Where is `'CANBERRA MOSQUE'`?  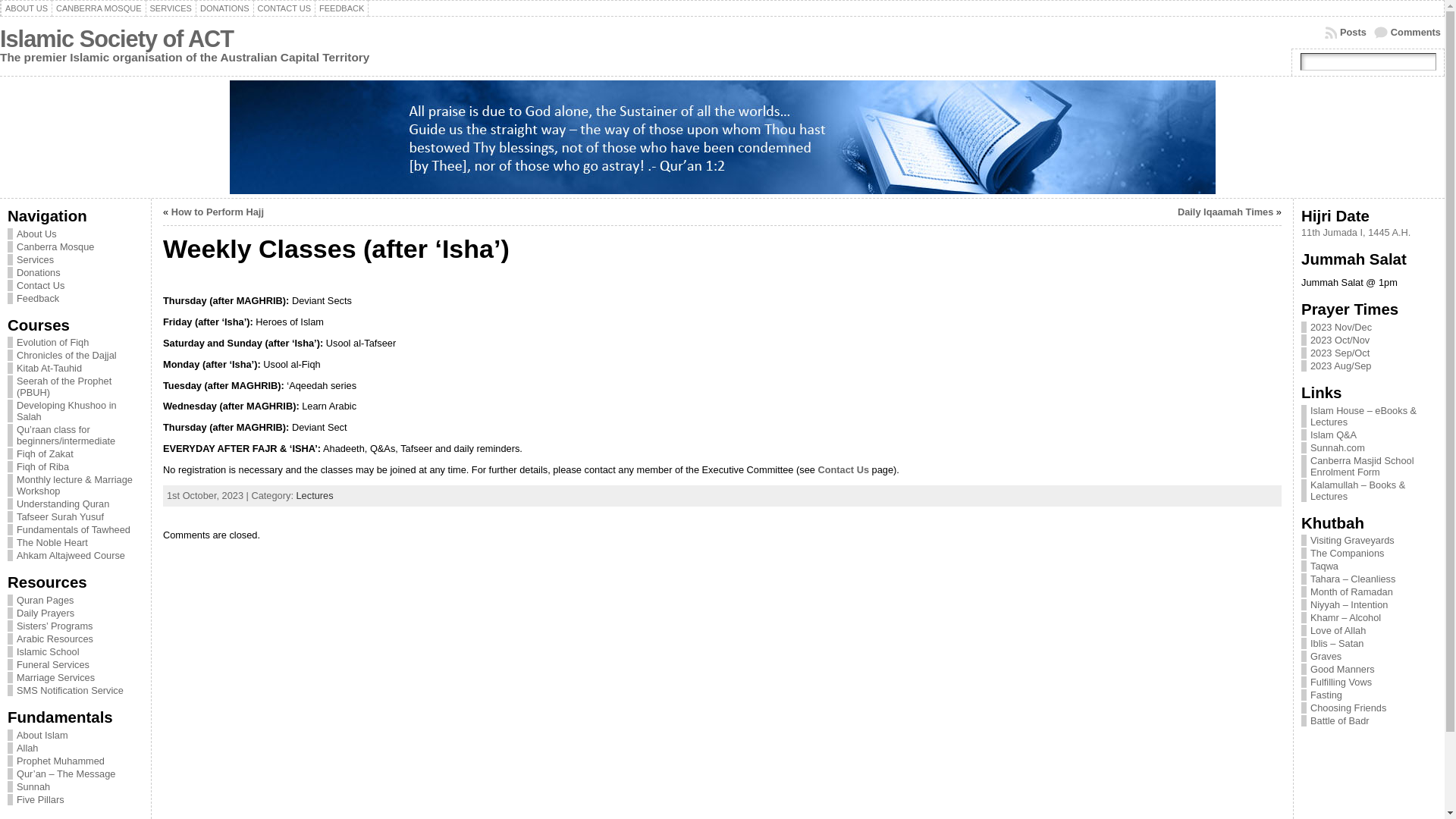
'CANBERRA MOSQUE' is located at coordinates (97, 8).